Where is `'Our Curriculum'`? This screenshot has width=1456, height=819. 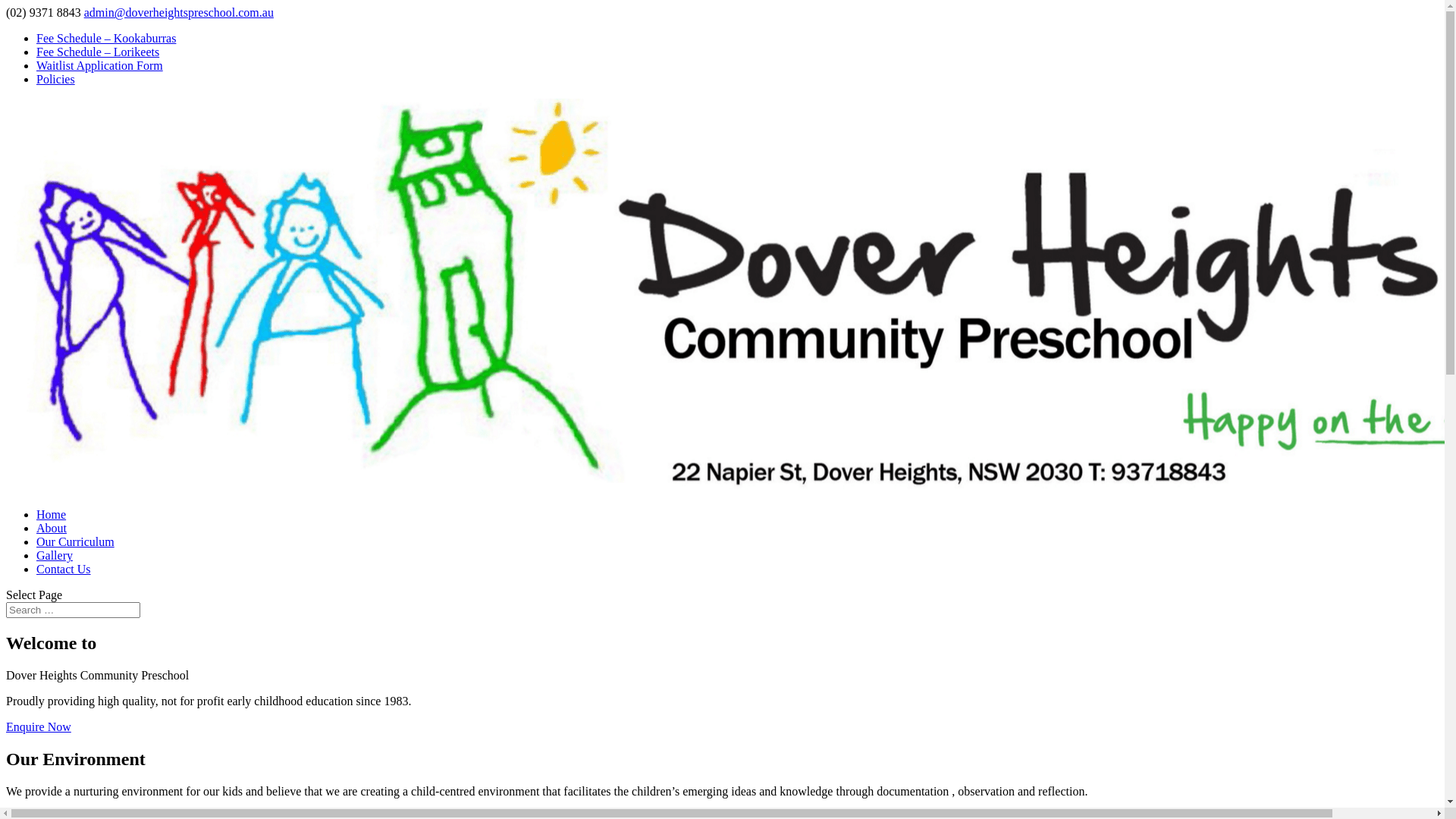
'Our Curriculum' is located at coordinates (74, 541).